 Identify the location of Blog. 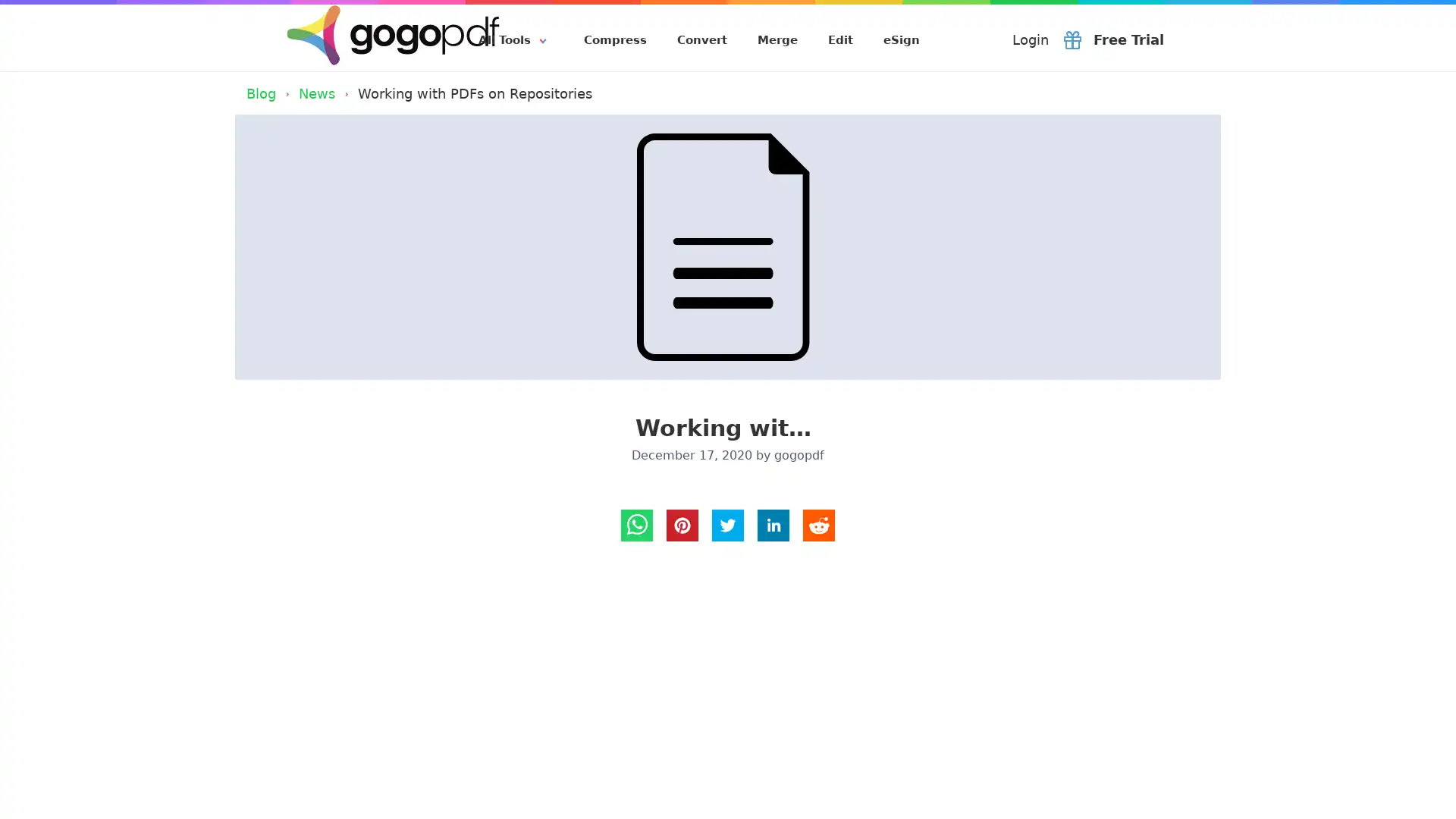
(261, 93).